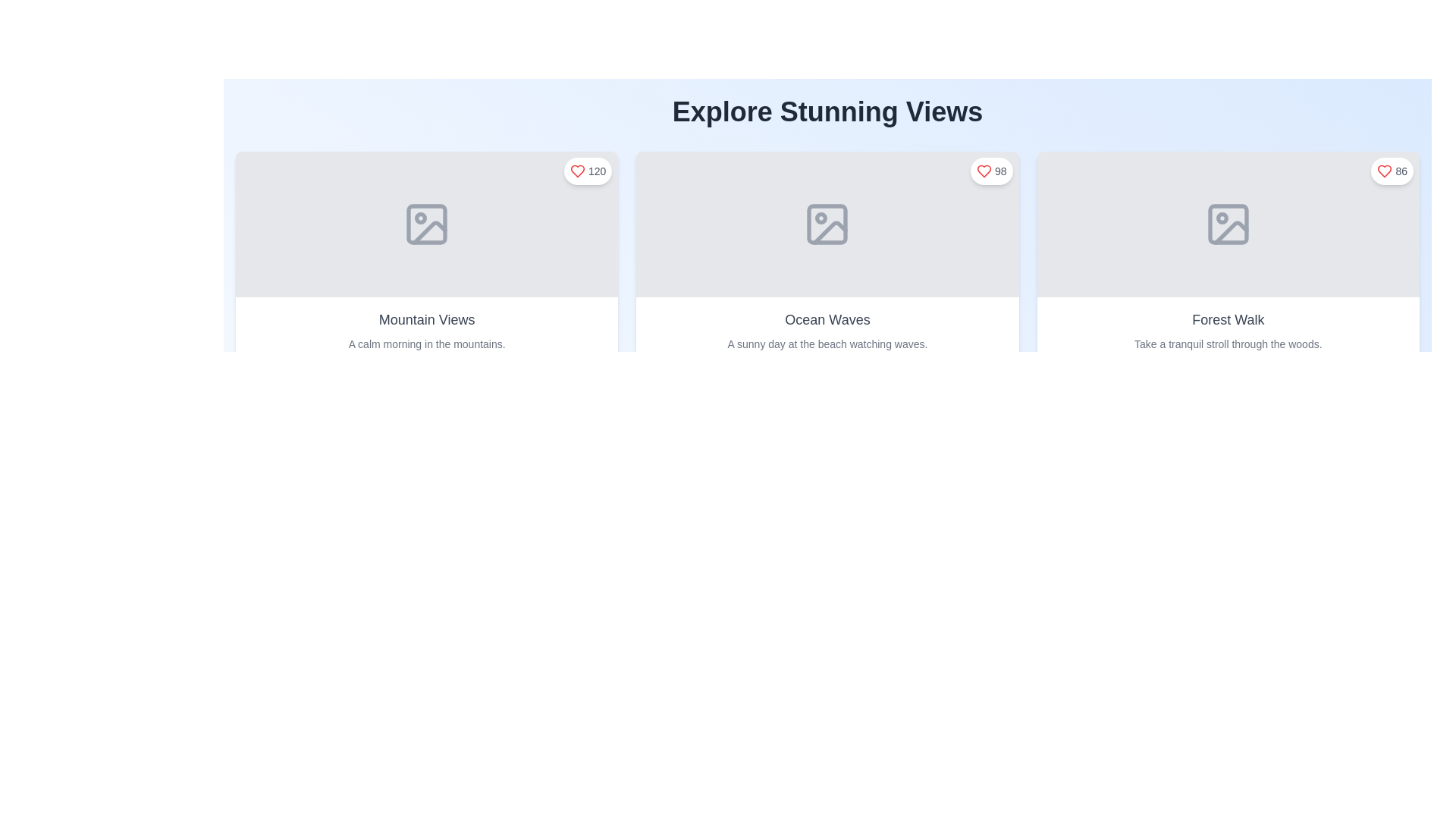 Image resolution: width=1456 pixels, height=819 pixels. Describe the element at coordinates (421, 218) in the screenshot. I see `the decorative Circle element within the first card of the layout, which is part of the SVG image placeholder representing a highlighted dot` at that location.